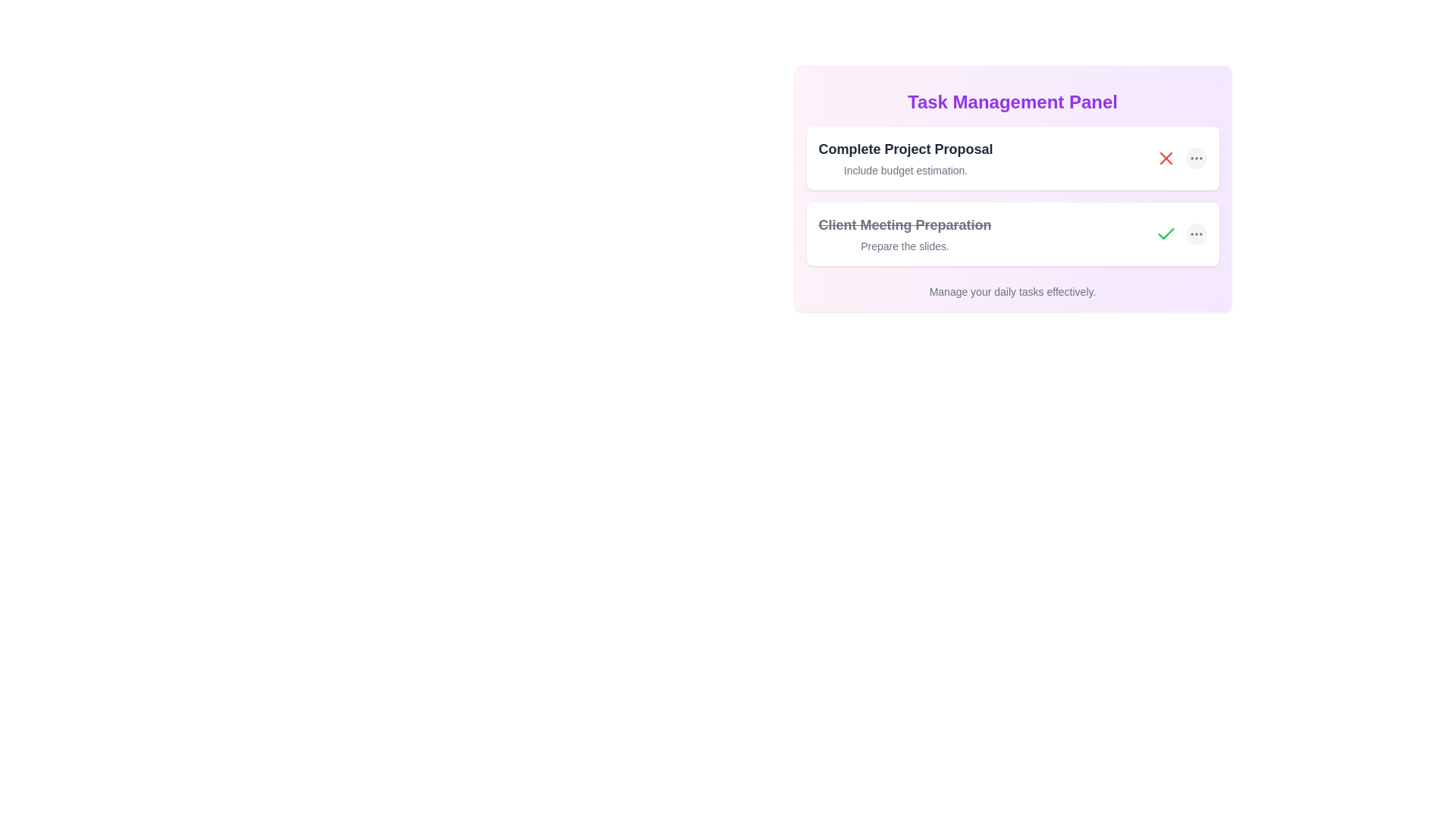 This screenshot has height=819, width=1456. I want to click on the green checkmark button located in the bottom right corner of the interface to mark the task 'Client Meeting Preparation' as completed, so click(1178, 234).